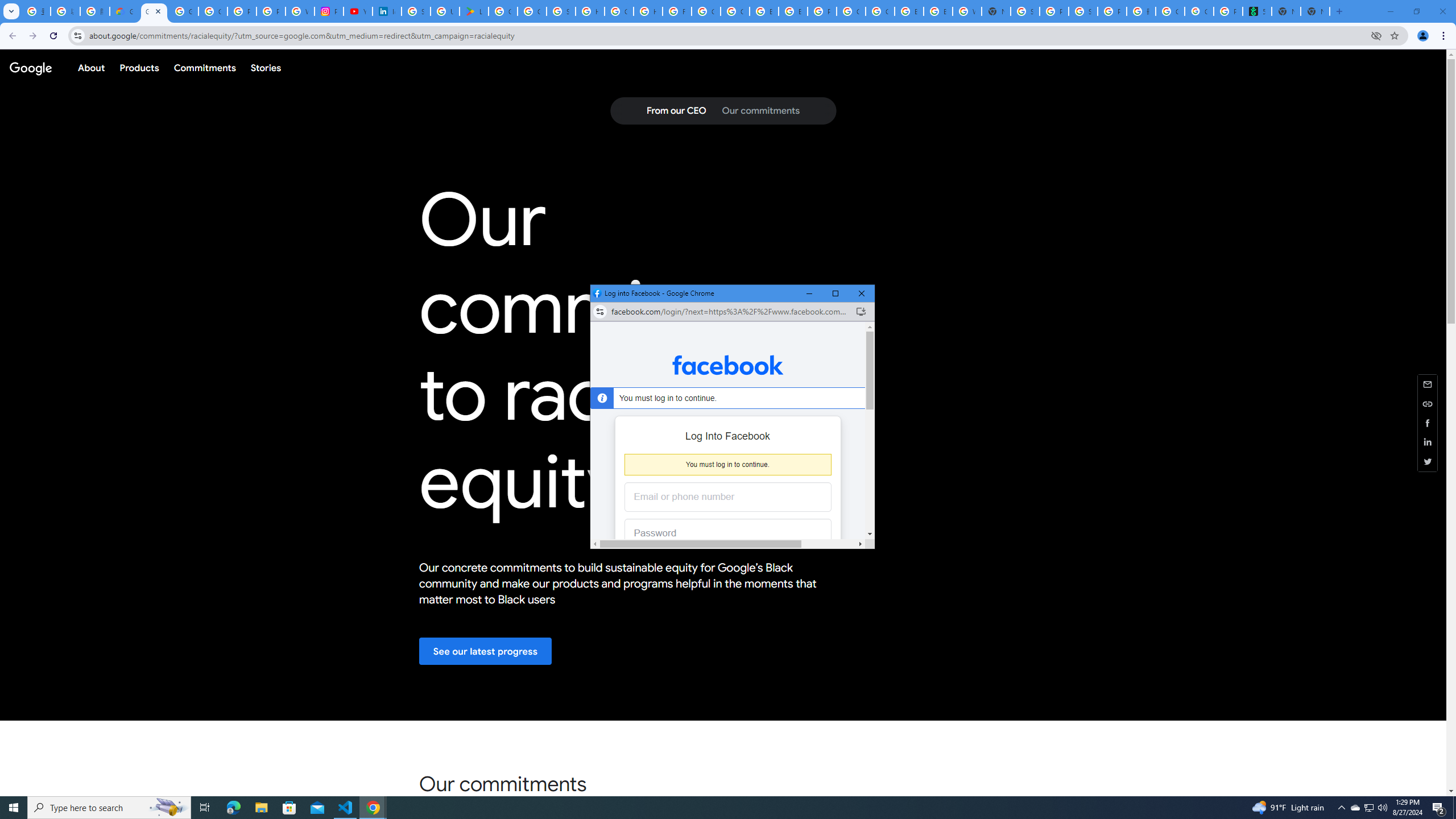 The height and width of the screenshot is (819, 1456). What do you see at coordinates (204, 67) in the screenshot?
I see `'Commitments'` at bounding box center [204, 67].